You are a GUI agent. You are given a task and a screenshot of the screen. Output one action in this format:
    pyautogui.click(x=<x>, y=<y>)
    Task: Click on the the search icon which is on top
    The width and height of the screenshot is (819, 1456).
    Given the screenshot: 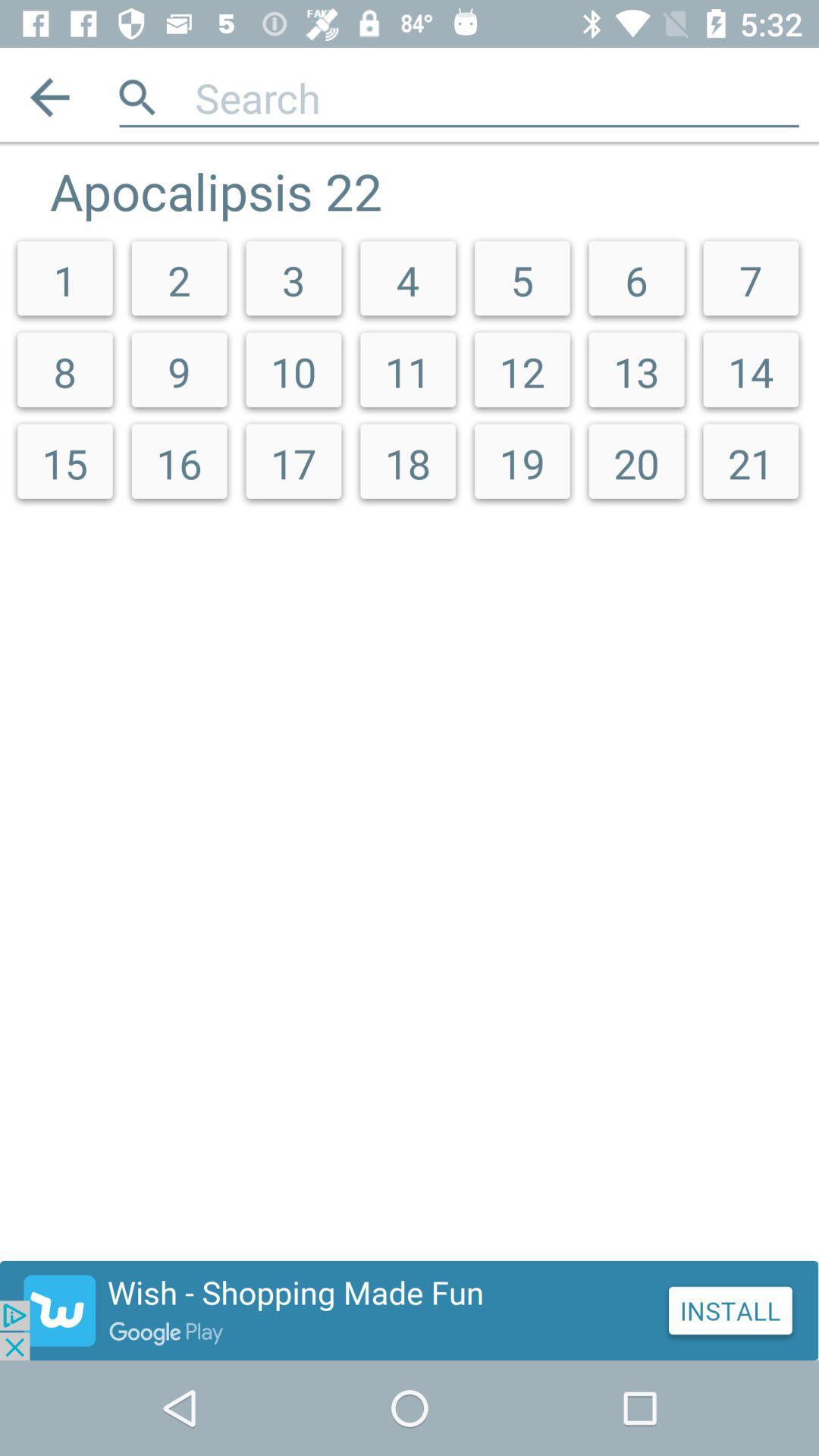 What is the action you would take?
    pyautogui.click(x=137, y=96)
    